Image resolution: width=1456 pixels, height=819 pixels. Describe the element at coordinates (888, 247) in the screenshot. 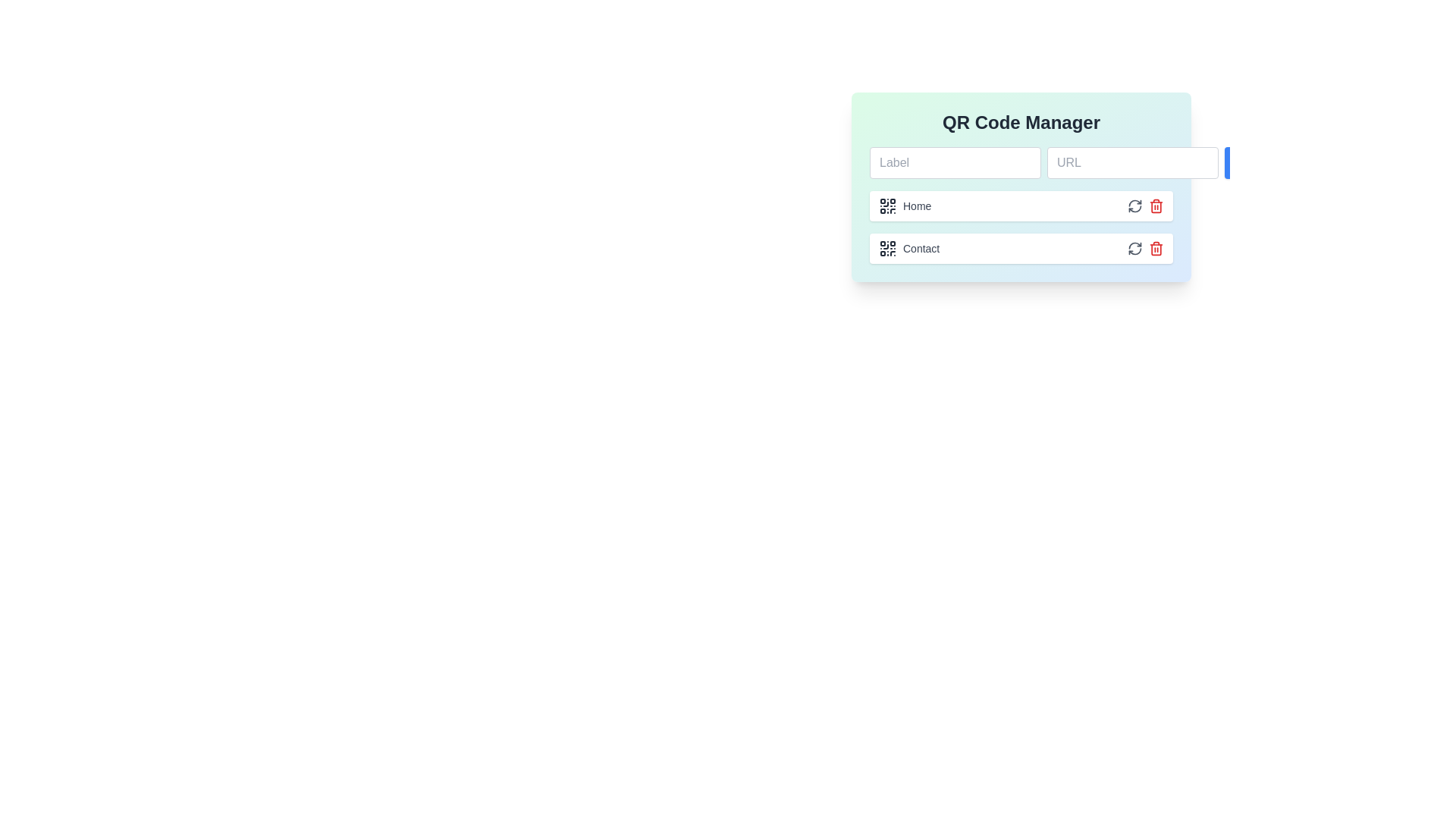

I see `properties of the QR code icon representing the 'Contact' entry in the 'QR Code Manager' panel` at that location.